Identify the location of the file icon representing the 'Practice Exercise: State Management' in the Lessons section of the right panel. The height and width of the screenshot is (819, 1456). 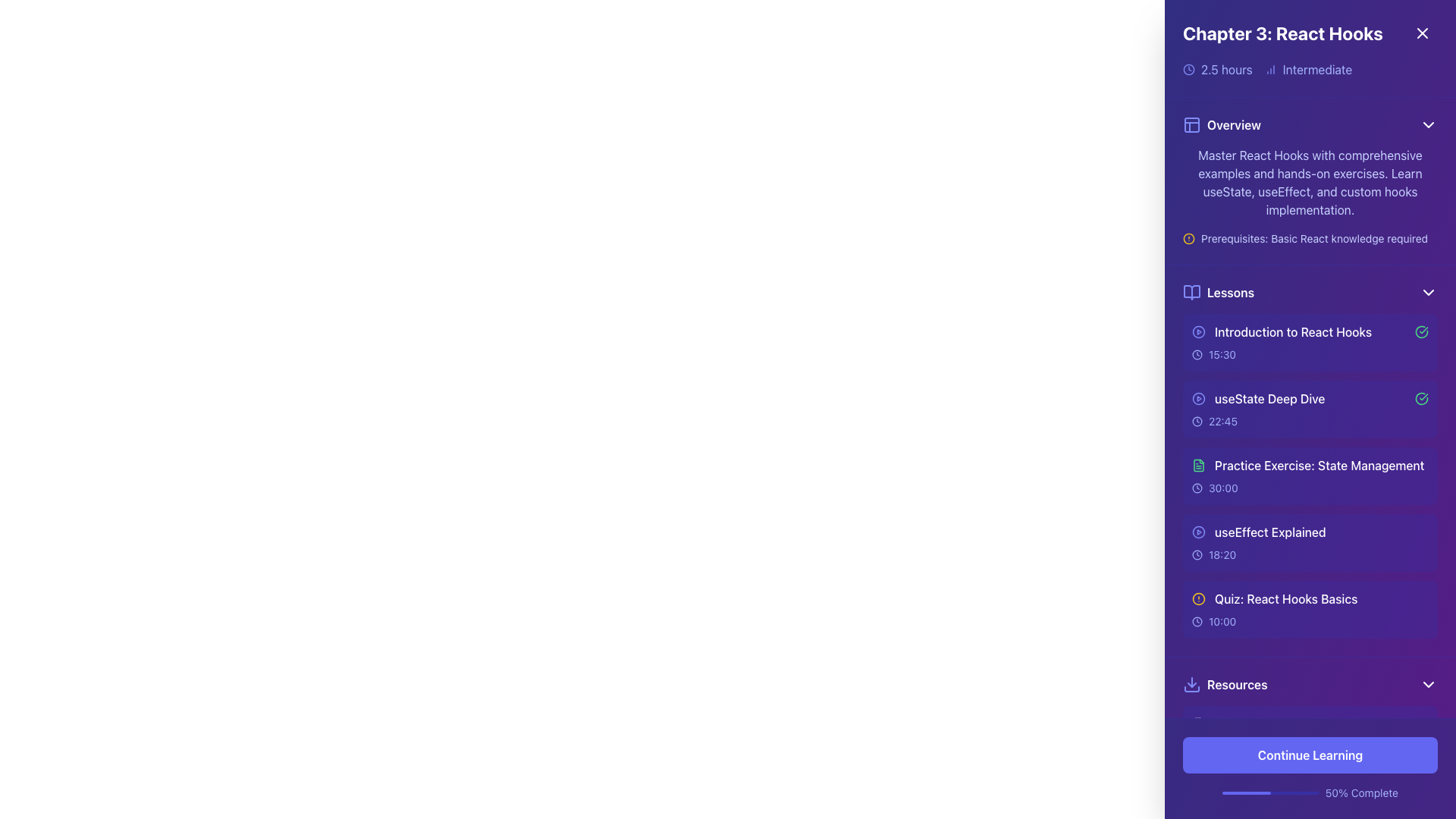
(1197, 464).